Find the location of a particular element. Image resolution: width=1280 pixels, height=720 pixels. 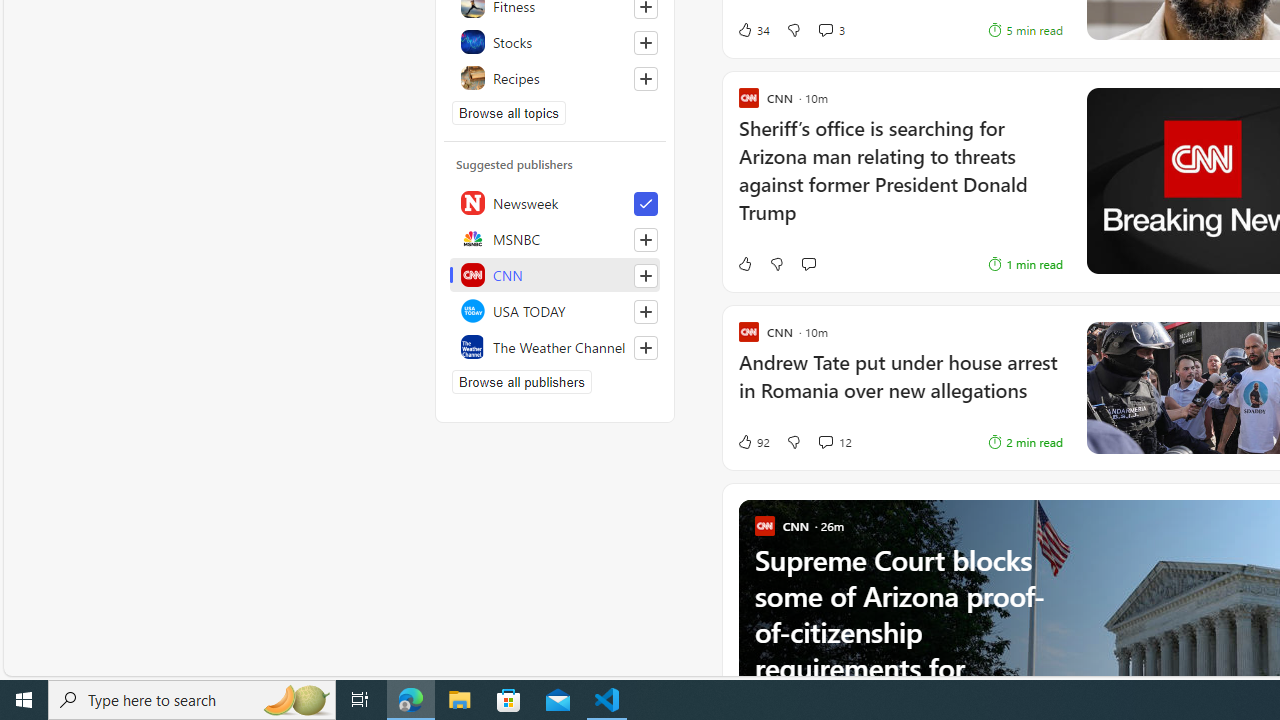

'Follow this source' is located at coordinates (645, 347).